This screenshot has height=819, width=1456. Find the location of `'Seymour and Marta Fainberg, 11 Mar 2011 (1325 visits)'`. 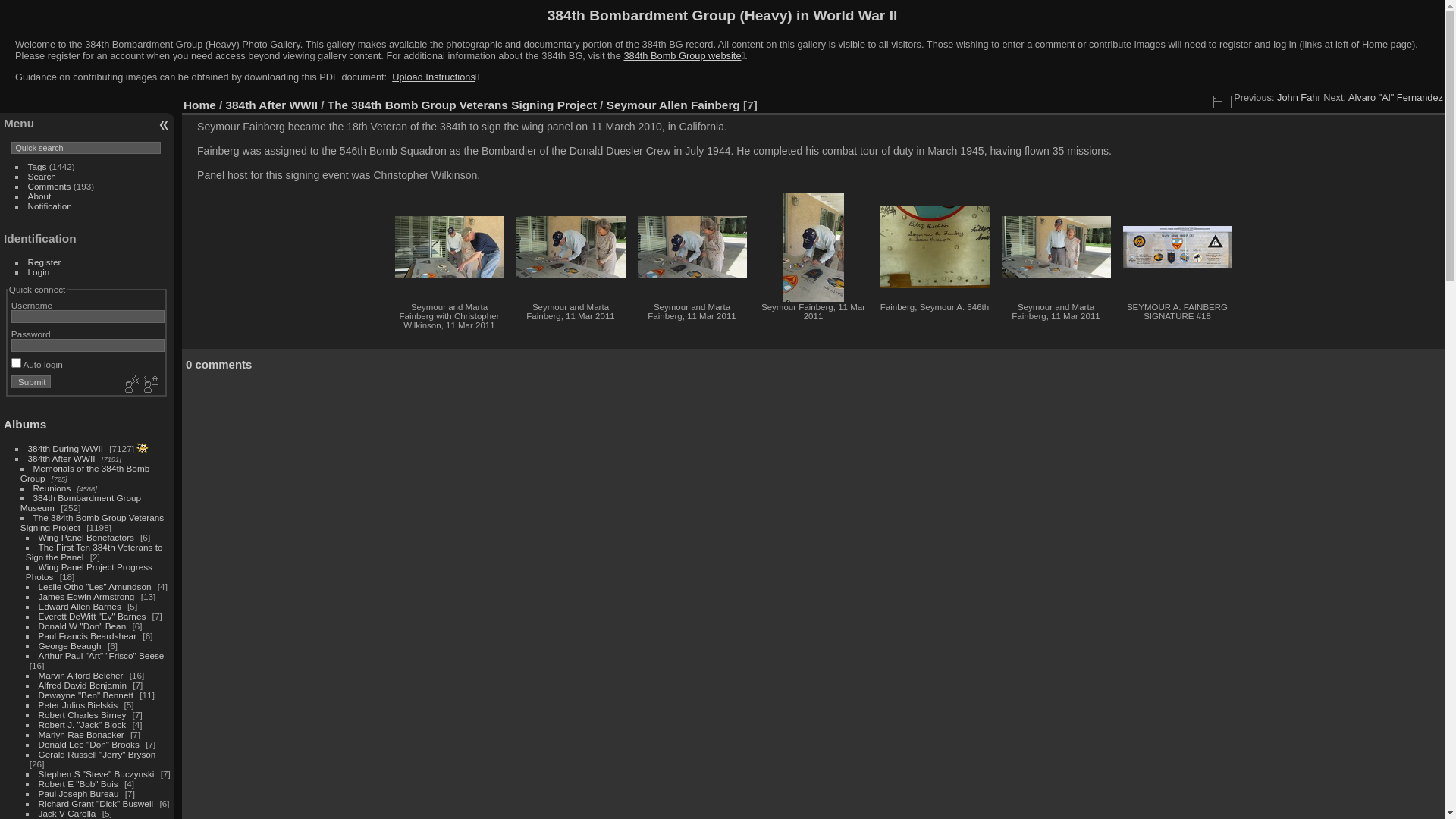

'Seymour and Marta Fainberg, 11 Mar 2011 (1325 visits)' is located at coordinates (637, 246).